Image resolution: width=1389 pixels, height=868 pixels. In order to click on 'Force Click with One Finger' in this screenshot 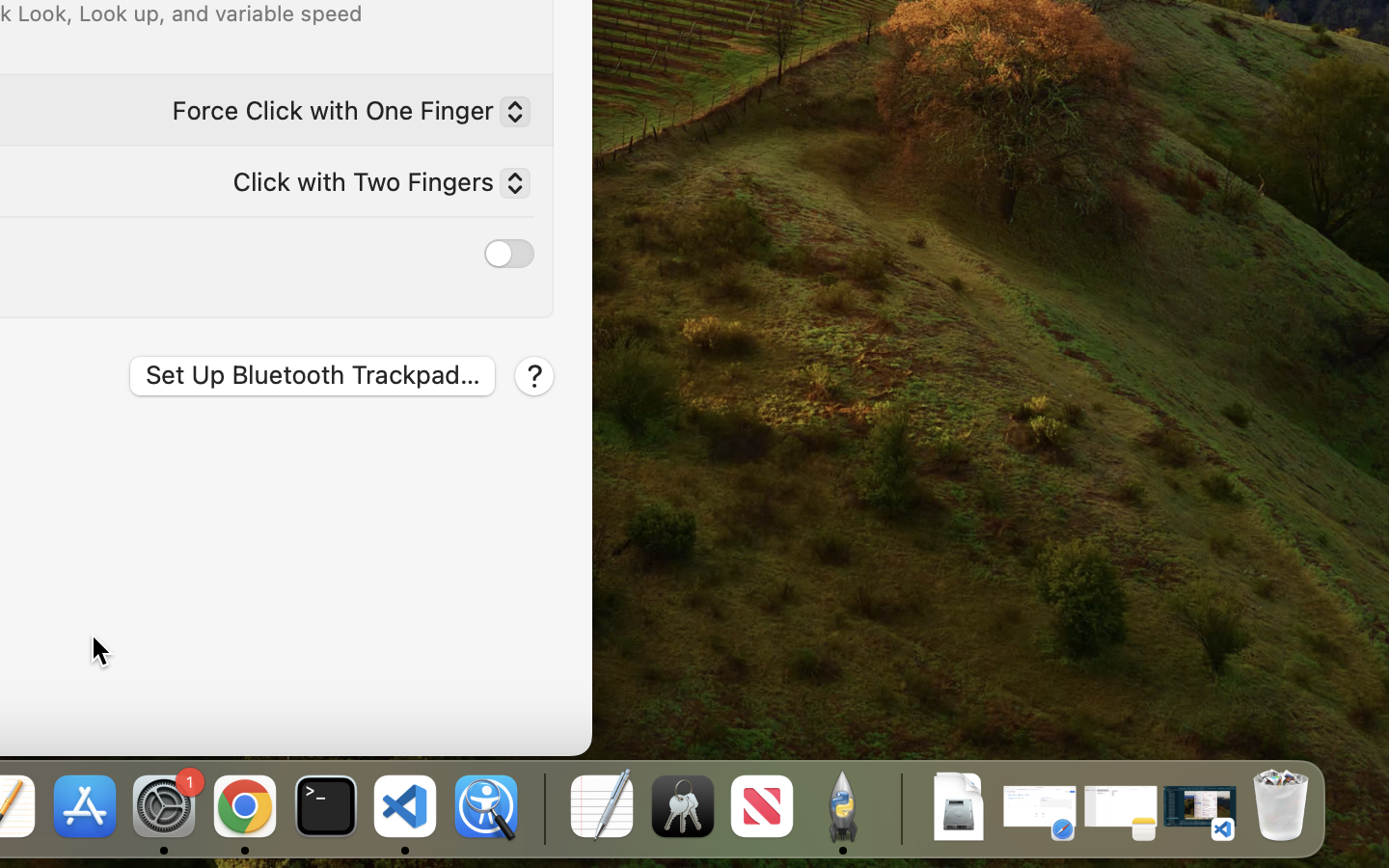, I will do `click(342, 114)`.